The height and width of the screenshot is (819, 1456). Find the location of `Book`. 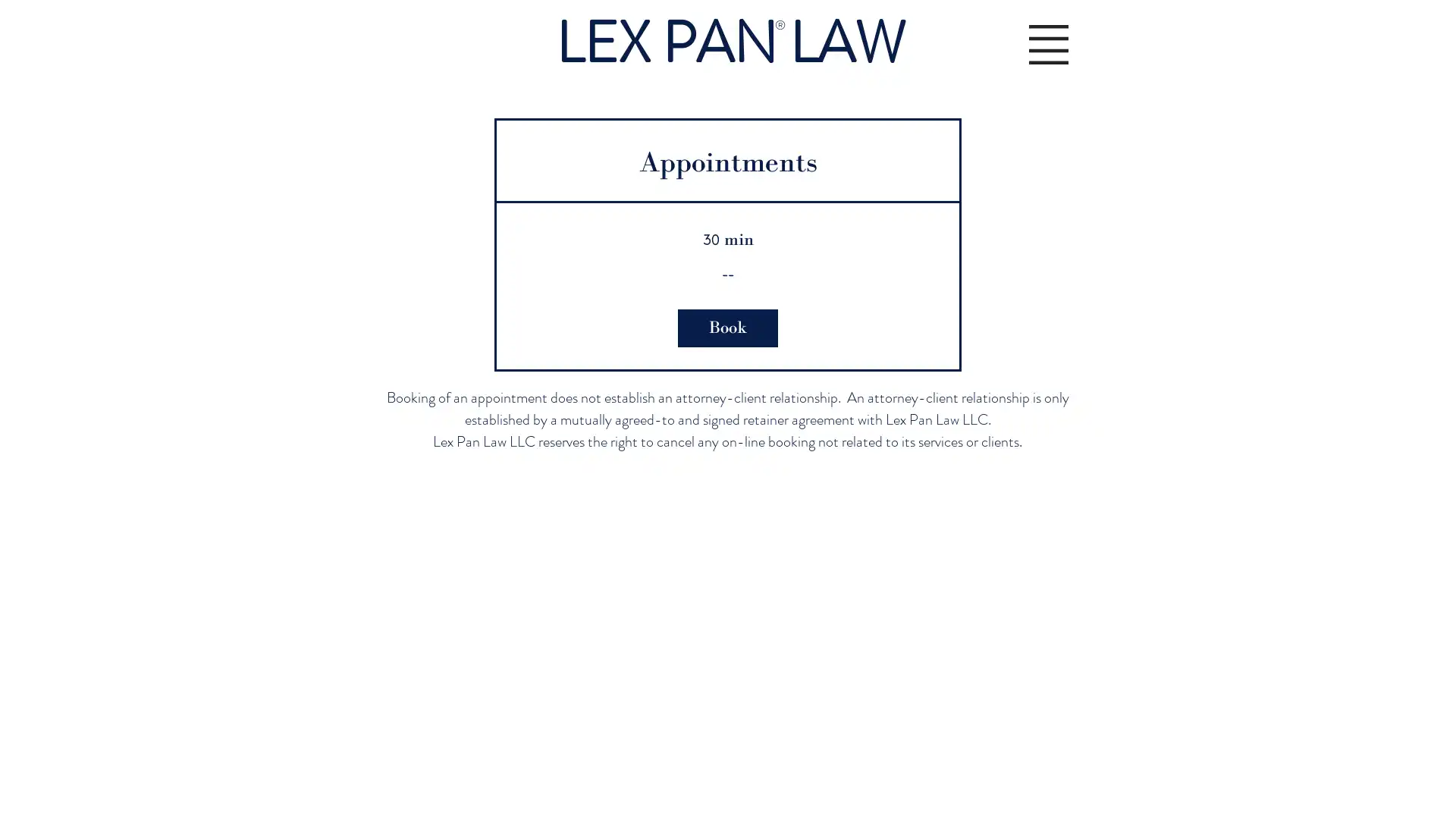

Book is located at coordinates (728, 327).